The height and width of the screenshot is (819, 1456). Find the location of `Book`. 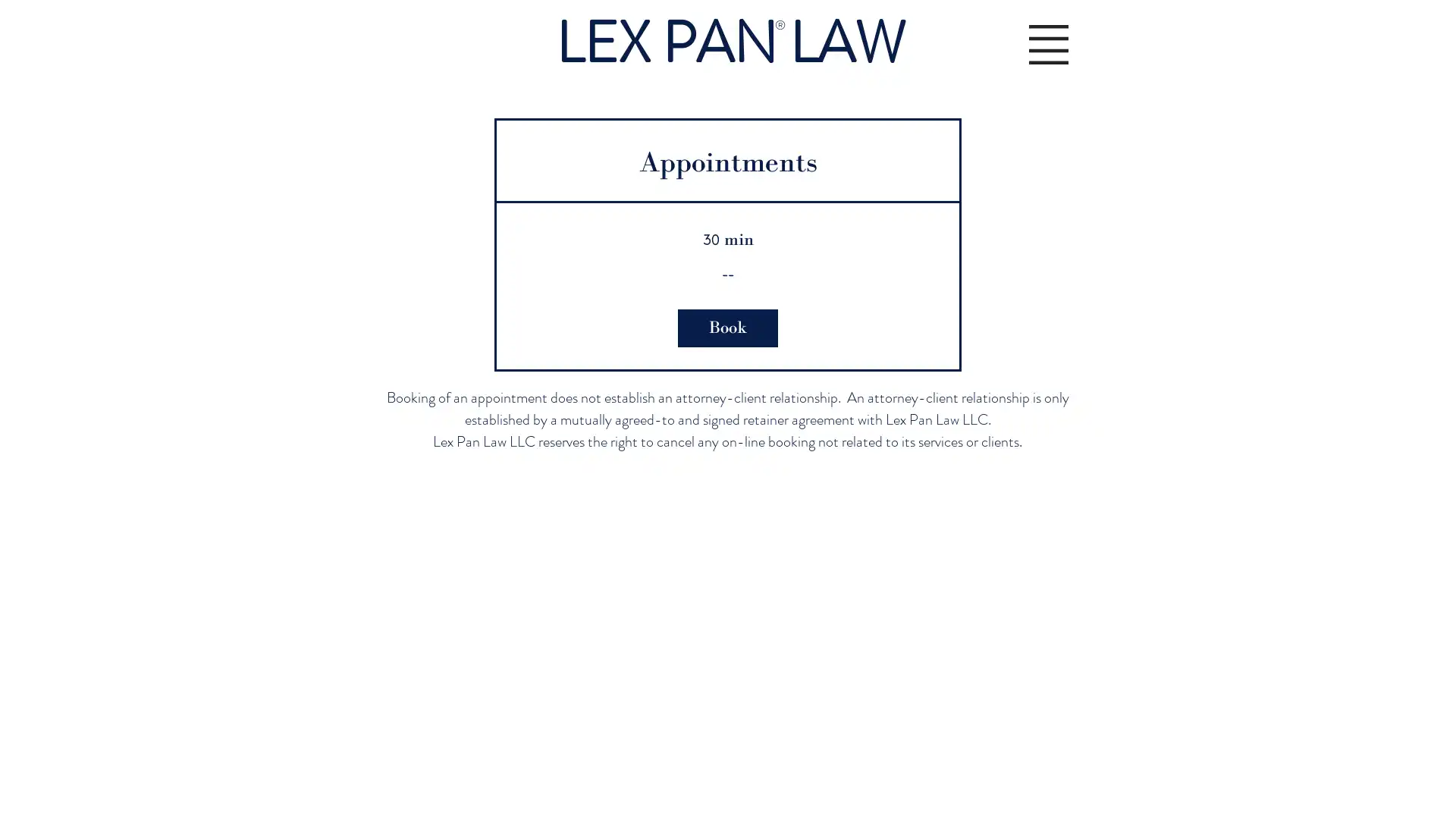

Book is located at coordinates (728, 327).